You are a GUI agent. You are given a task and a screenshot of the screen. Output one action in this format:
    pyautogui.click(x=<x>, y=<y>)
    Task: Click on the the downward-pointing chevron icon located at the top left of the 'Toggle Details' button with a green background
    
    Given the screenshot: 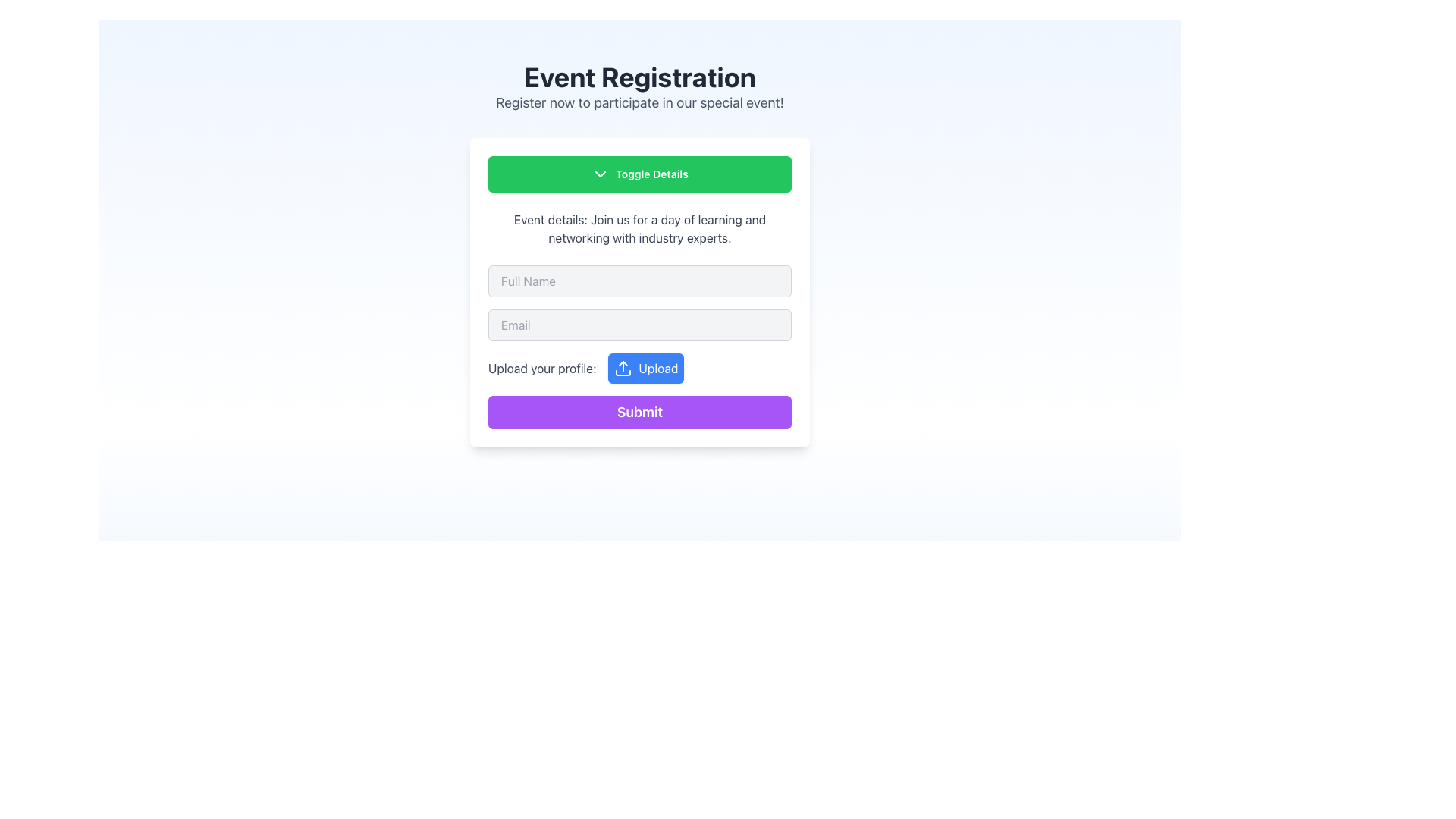 What is the action you would take?
    pyautogui.click(x=600, y=174)
    